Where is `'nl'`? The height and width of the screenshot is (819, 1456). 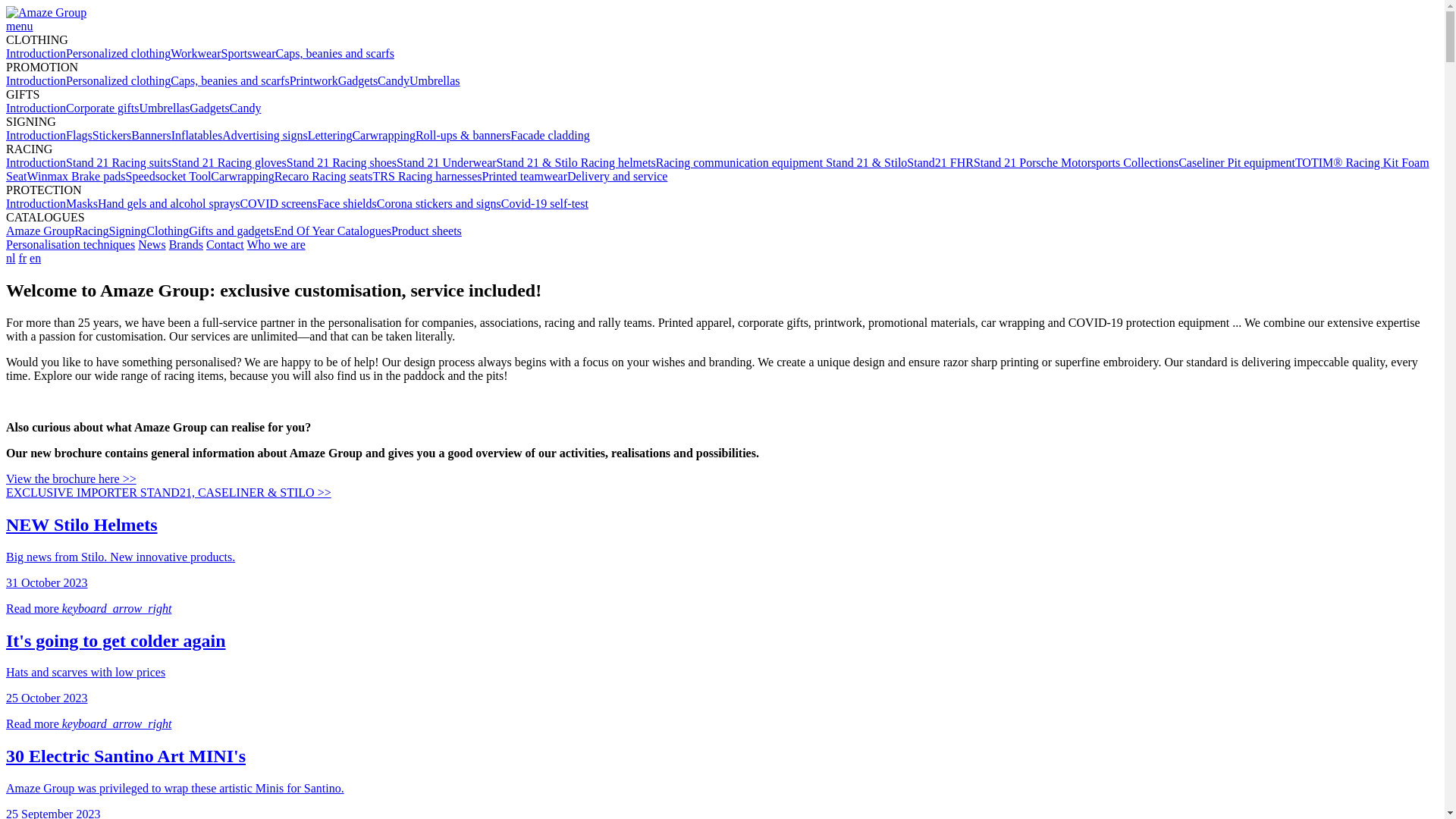 'nl' is located at coordinates (11, 257).